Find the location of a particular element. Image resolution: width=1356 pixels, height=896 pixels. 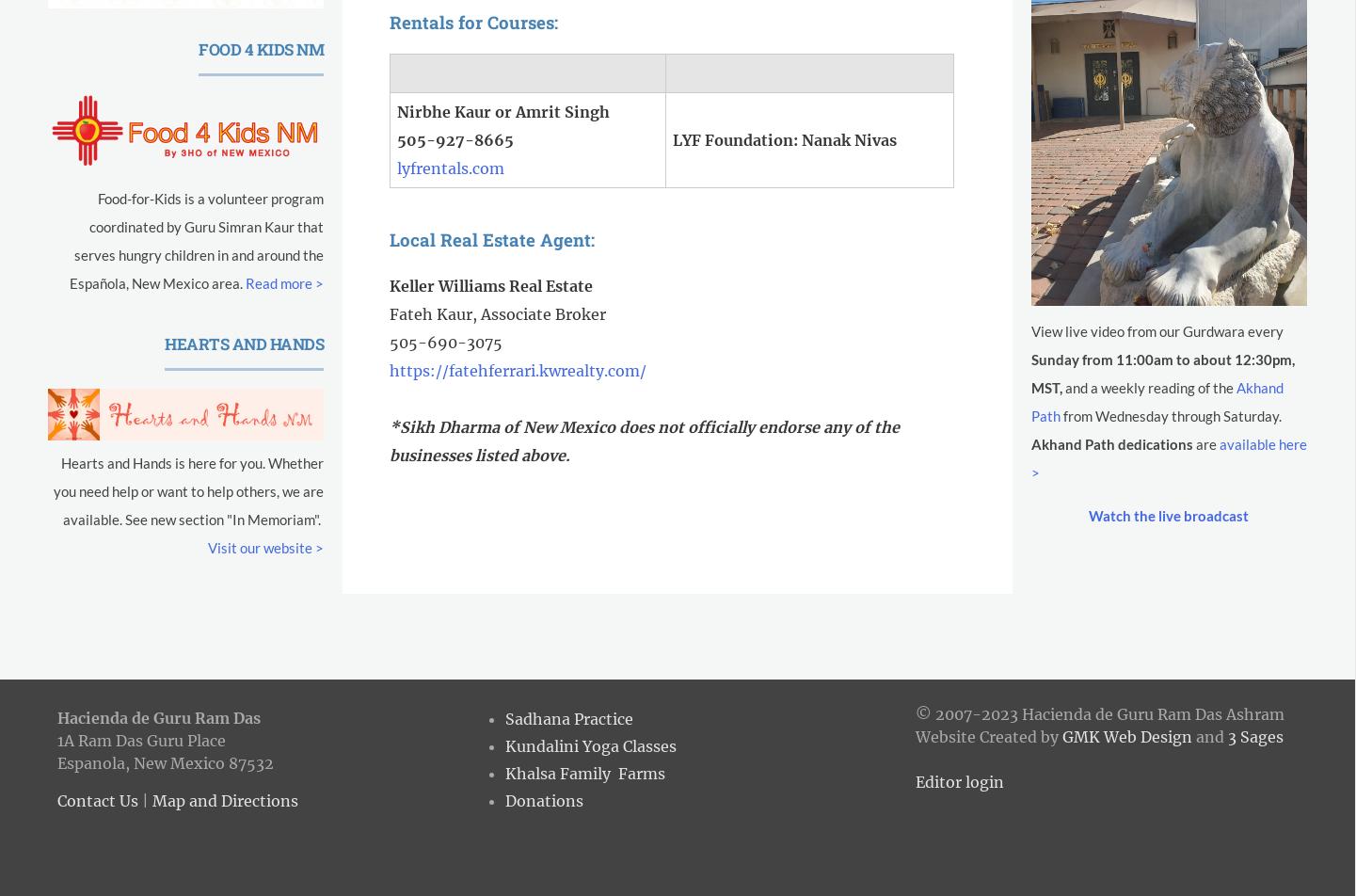

'Visit our website >' is located at coordinates (265, 547).